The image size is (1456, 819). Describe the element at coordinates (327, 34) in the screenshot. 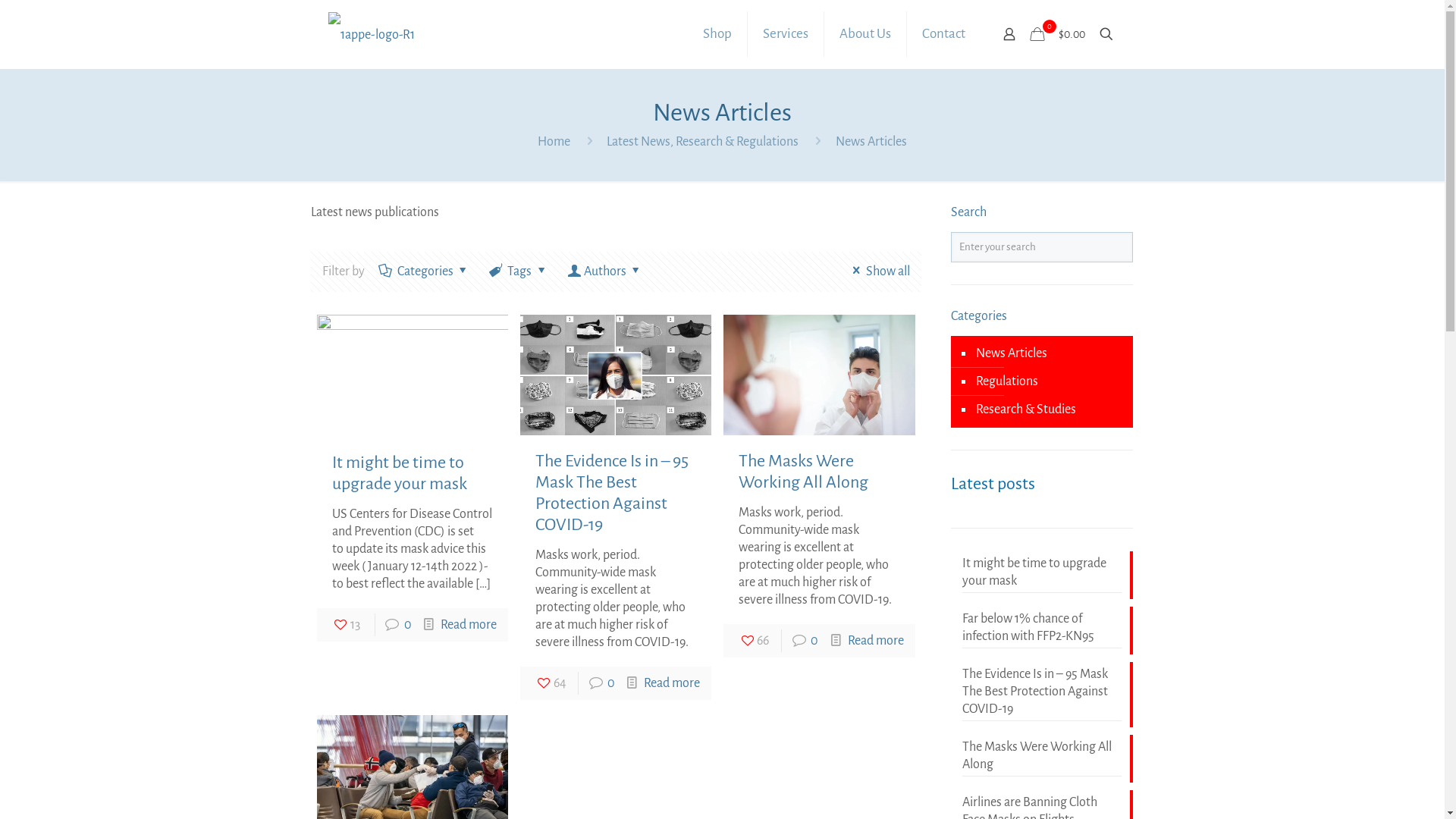

I see `'1st America PPE - Certified USA Protection'` at that location.